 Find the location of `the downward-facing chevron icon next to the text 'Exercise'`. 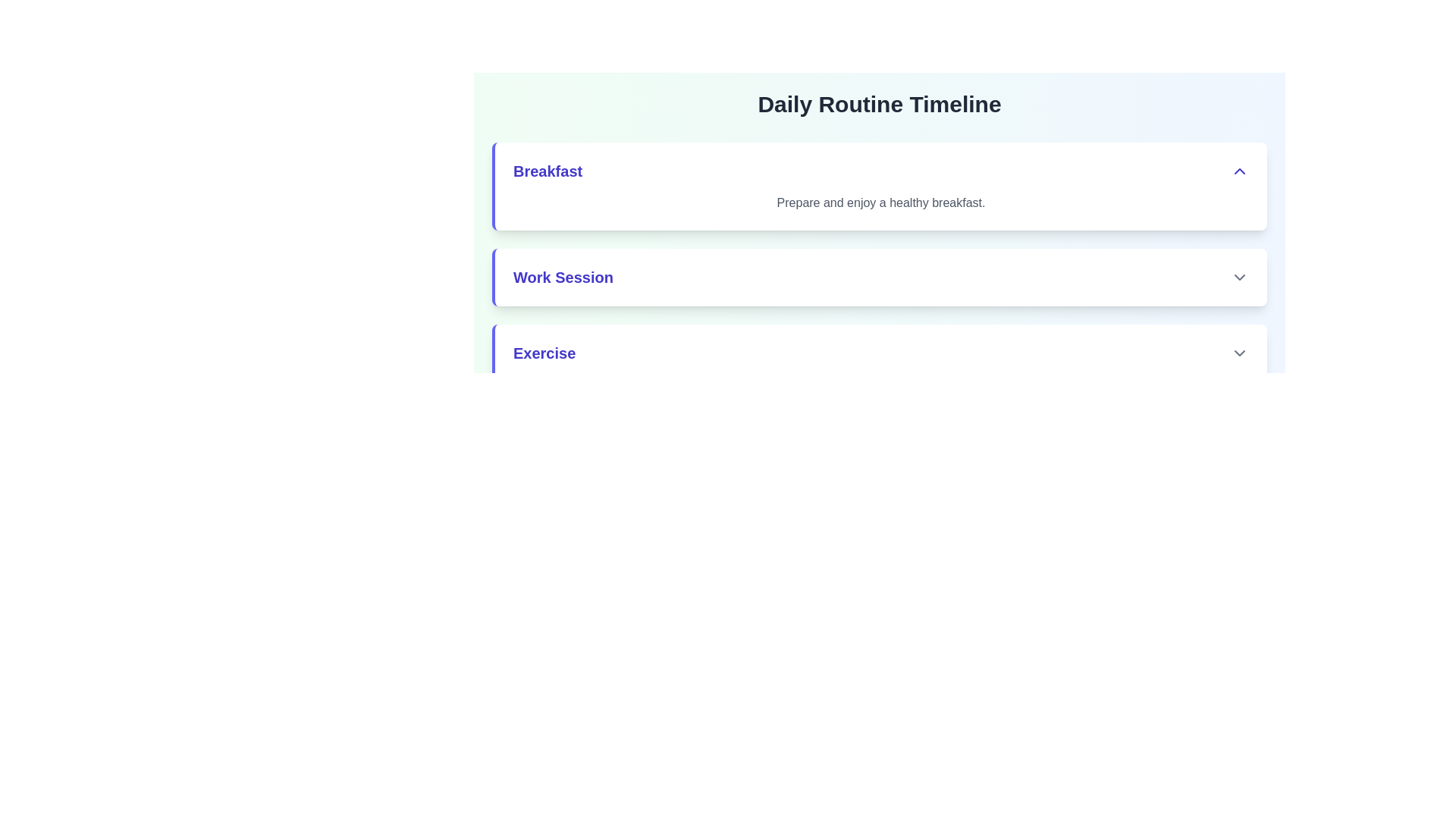

the downward-facing chevron icon next to the text 'Exercise' is located at coordinates (1240, 353).